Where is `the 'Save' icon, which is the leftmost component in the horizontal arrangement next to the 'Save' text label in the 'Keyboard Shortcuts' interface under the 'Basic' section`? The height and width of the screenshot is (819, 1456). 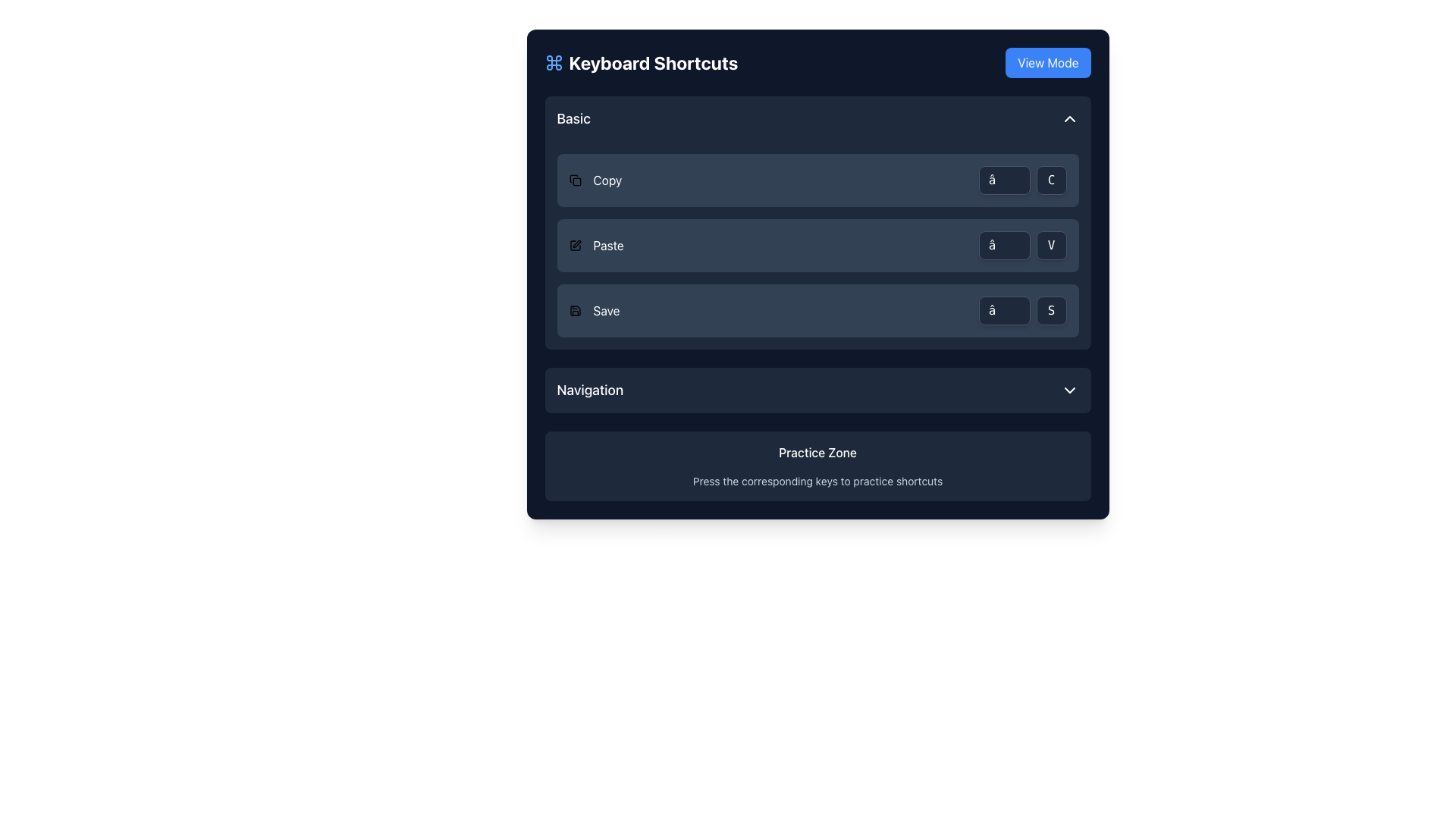 the 'Save' icon, which is the leftmost component in the horizontal arrangement next to the 'Save' text label in the 'Keyboard Shortcuts' interface under the 'Basic' section is located at coordinates (574, 309).